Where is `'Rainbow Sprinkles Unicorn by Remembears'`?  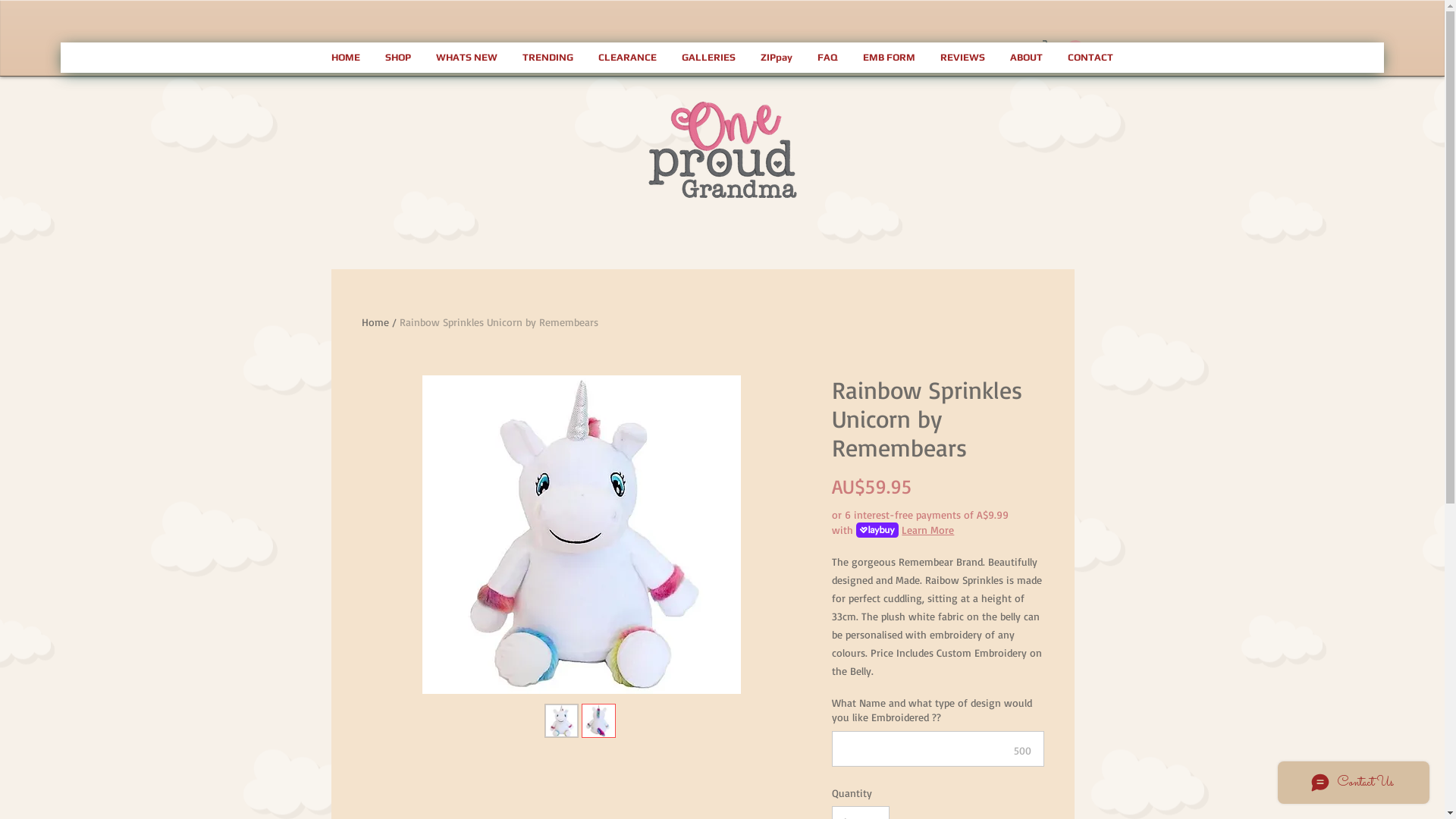
'Rainbow Sprinkles Unicorn by Remembears' is located at coordinates (399, 321).